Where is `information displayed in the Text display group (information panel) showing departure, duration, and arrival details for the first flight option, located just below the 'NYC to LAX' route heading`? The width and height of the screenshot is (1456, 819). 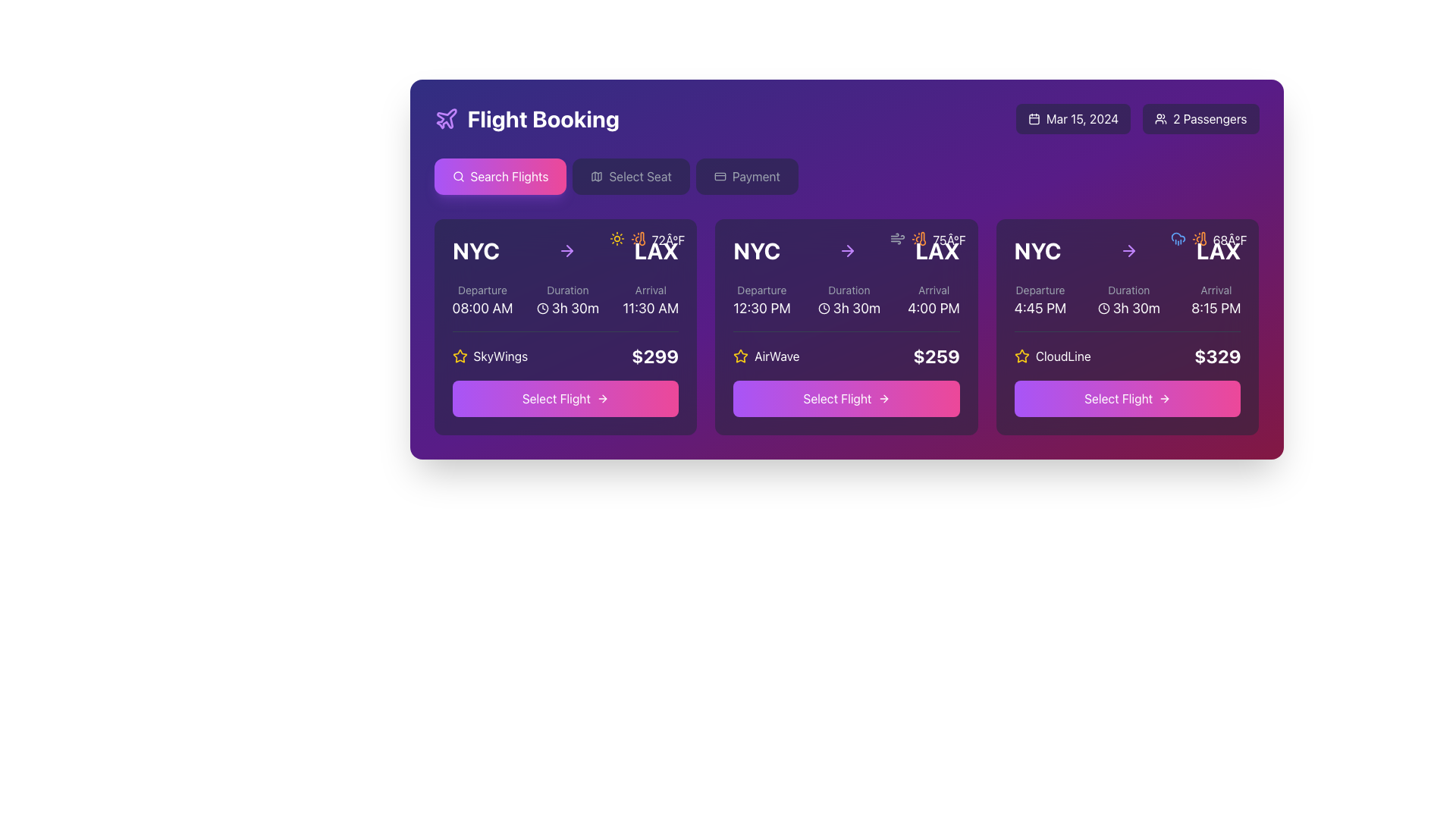 information displayed in the Text display group (information panel) showing departure, duration, and arrival details for the first flight option, located just below the 'NYC to LAX' route heading is located at coordinates (564, 301).